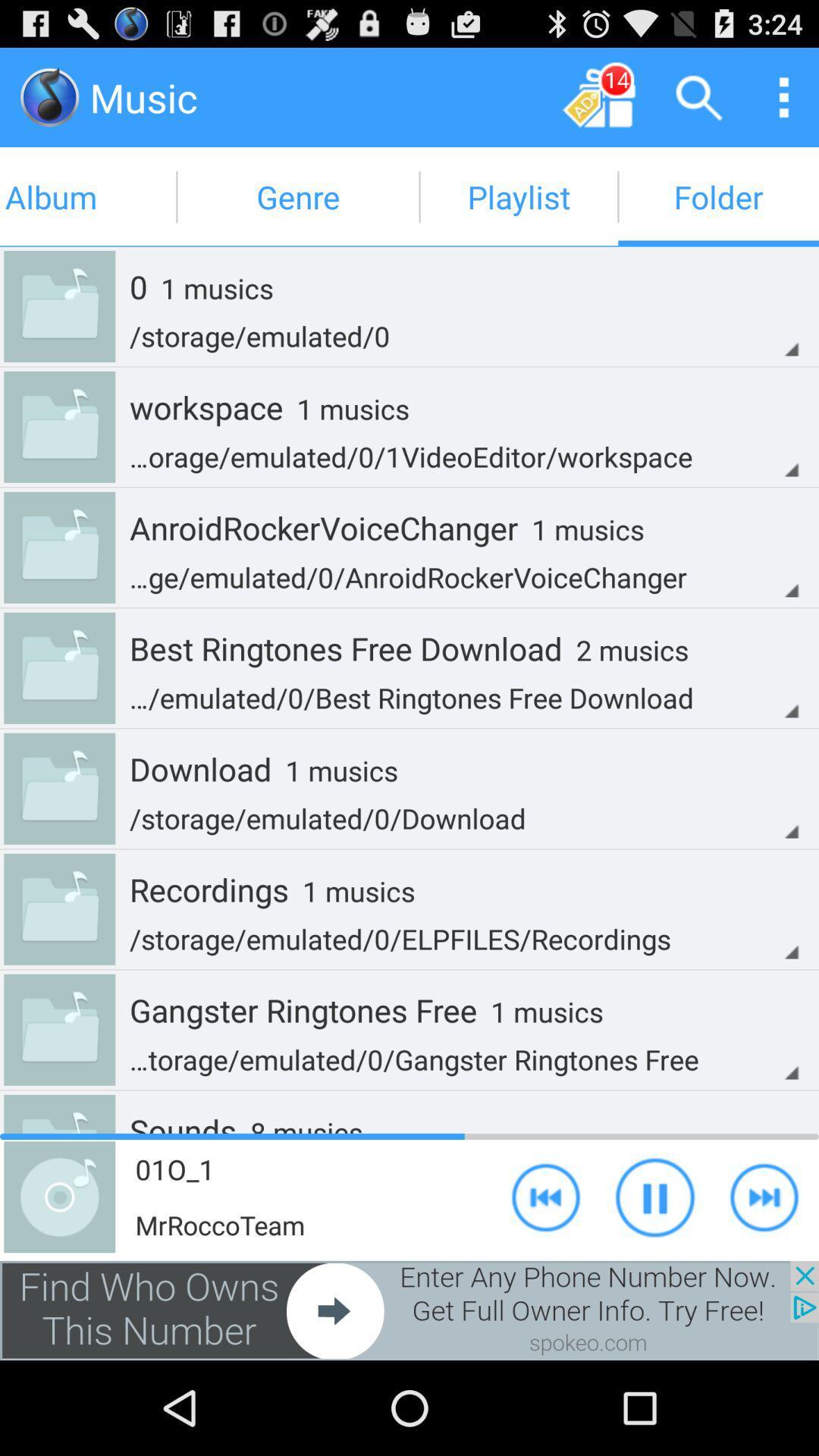  What do you see at coordinates (699, 96) in the screenshot?
I see `search` at bounding box center [699, 96].